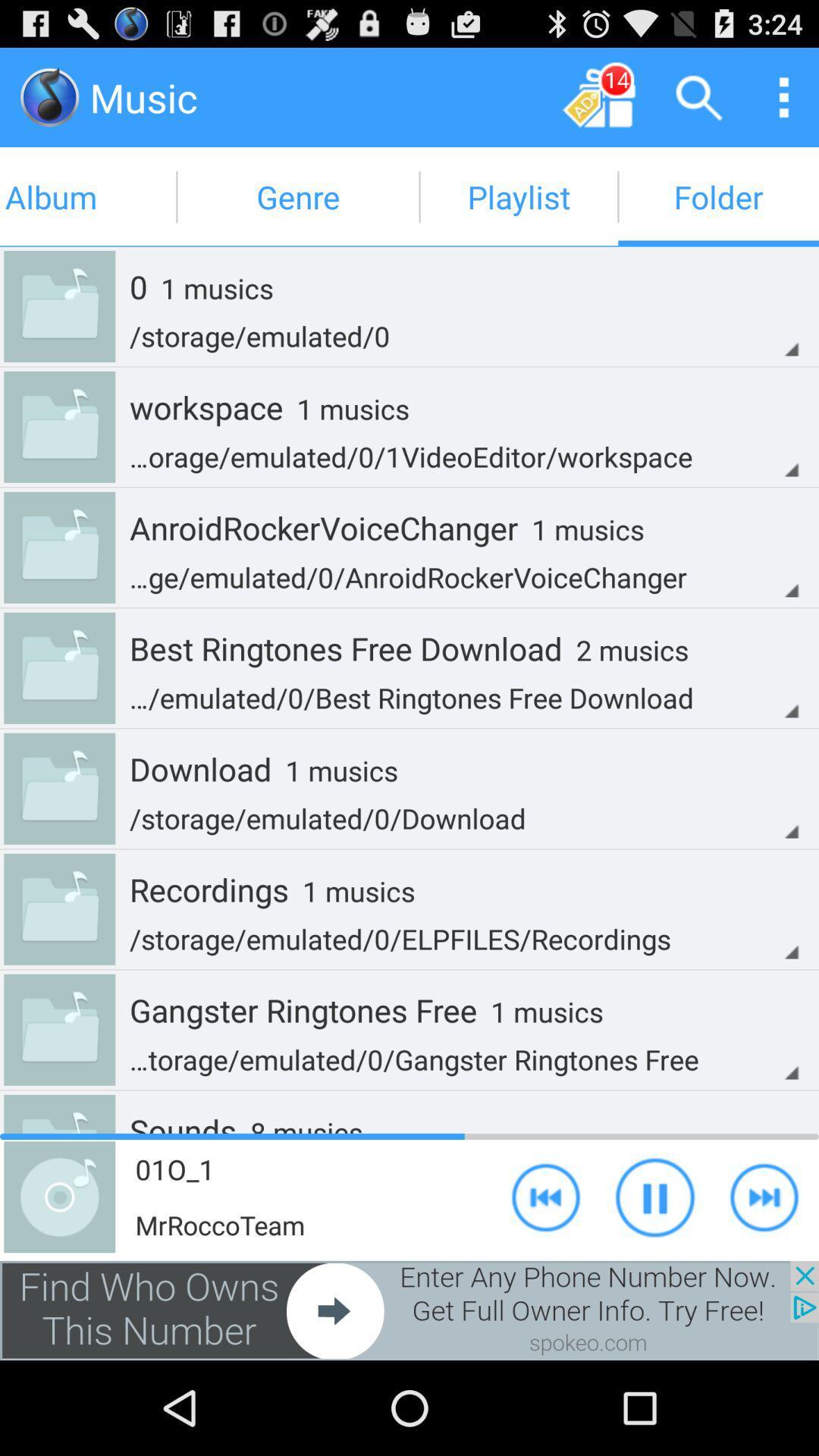  What do you see at coordinates (699, 96) in the screenshot?
I see `search` at bounding box center [699, 96].